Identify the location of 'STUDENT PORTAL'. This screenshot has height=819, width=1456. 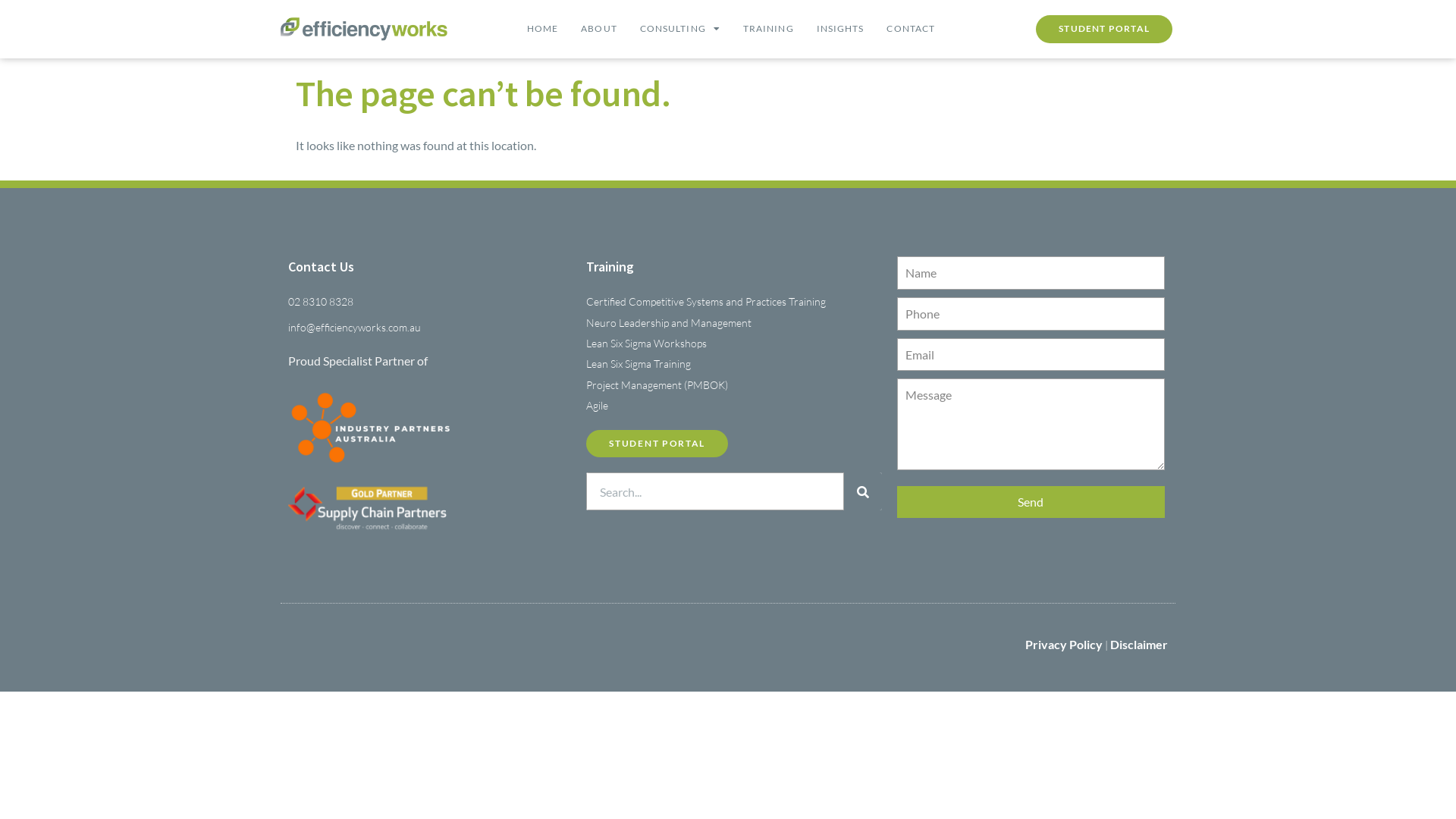
(1103, 29).